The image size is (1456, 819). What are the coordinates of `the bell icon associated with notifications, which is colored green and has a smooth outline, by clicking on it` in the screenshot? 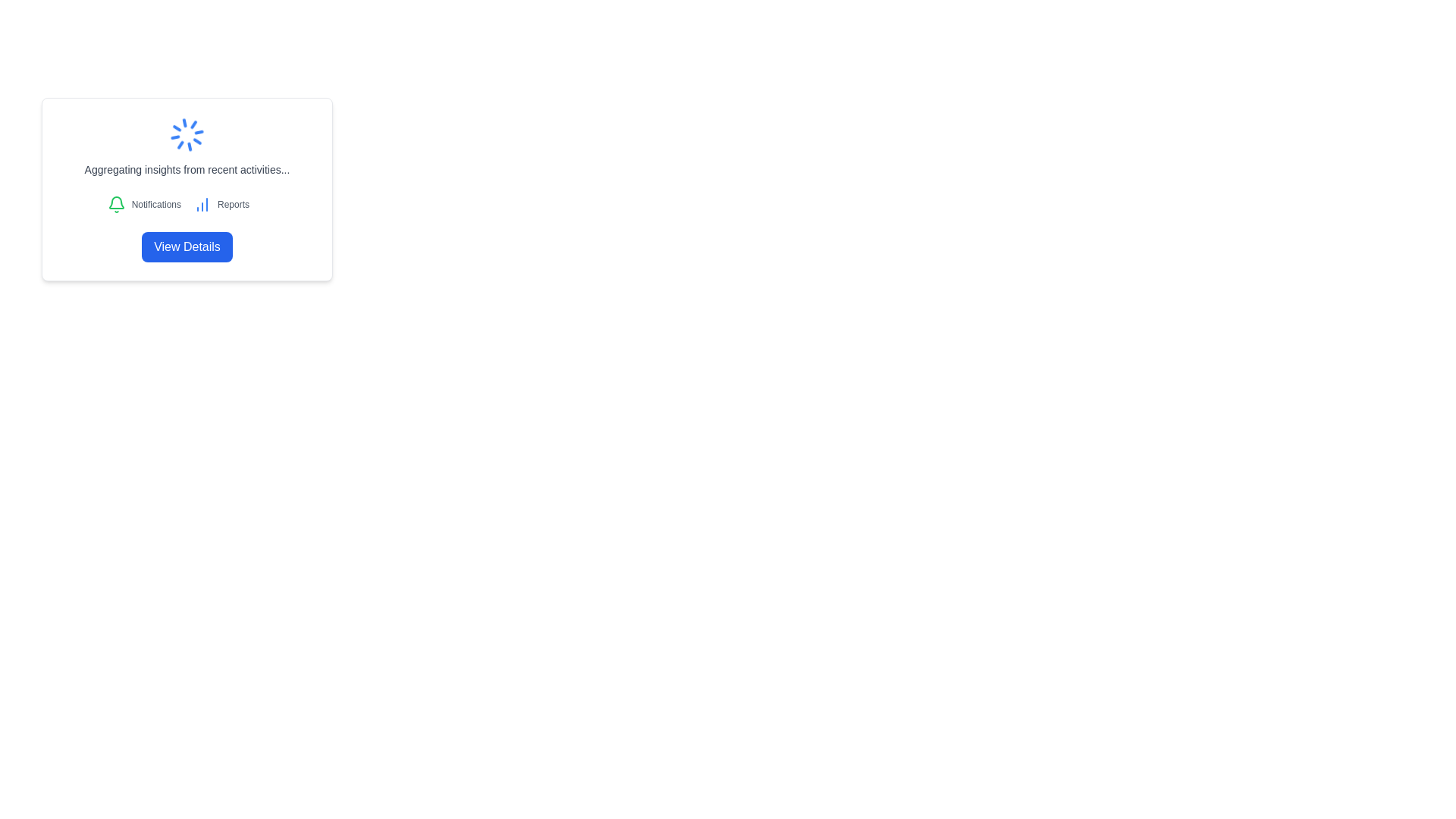 It's located at (115, 202).